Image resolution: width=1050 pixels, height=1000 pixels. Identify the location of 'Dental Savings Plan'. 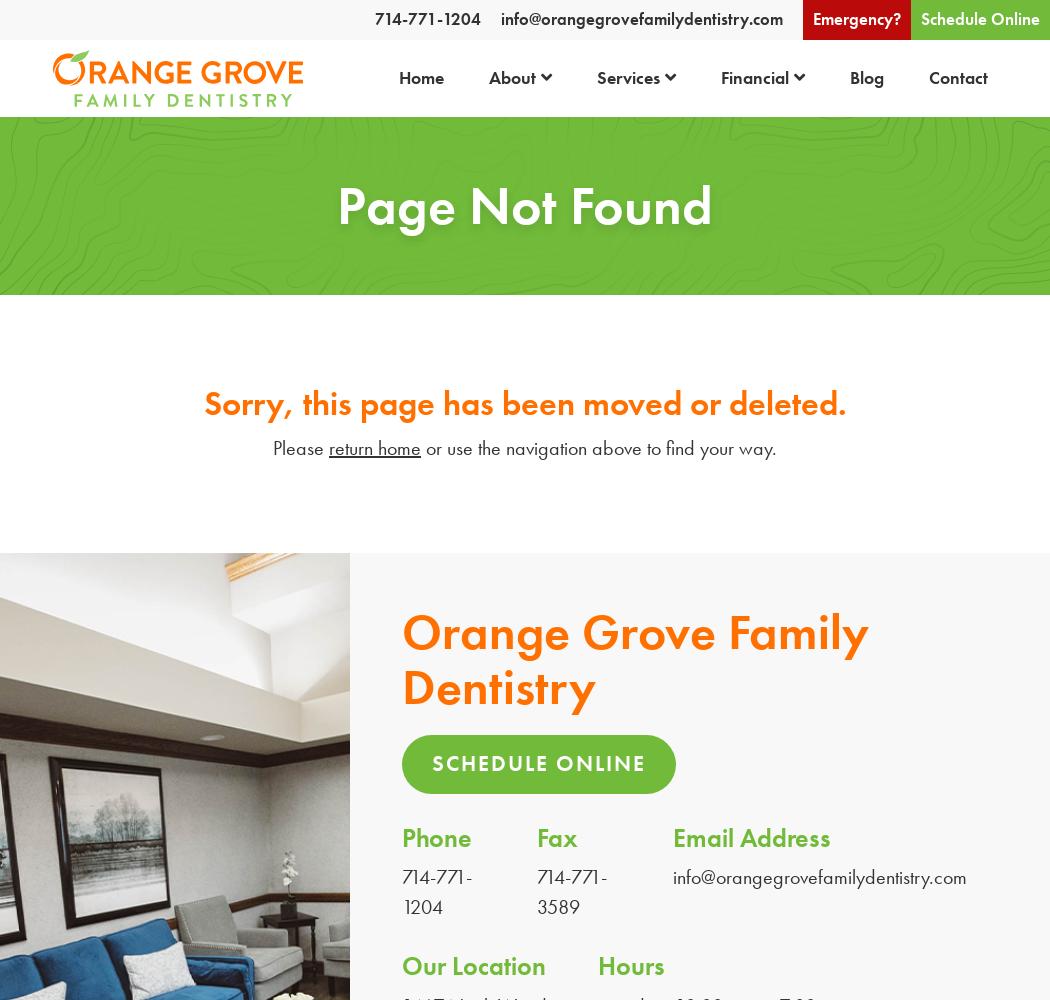
(761, 153).